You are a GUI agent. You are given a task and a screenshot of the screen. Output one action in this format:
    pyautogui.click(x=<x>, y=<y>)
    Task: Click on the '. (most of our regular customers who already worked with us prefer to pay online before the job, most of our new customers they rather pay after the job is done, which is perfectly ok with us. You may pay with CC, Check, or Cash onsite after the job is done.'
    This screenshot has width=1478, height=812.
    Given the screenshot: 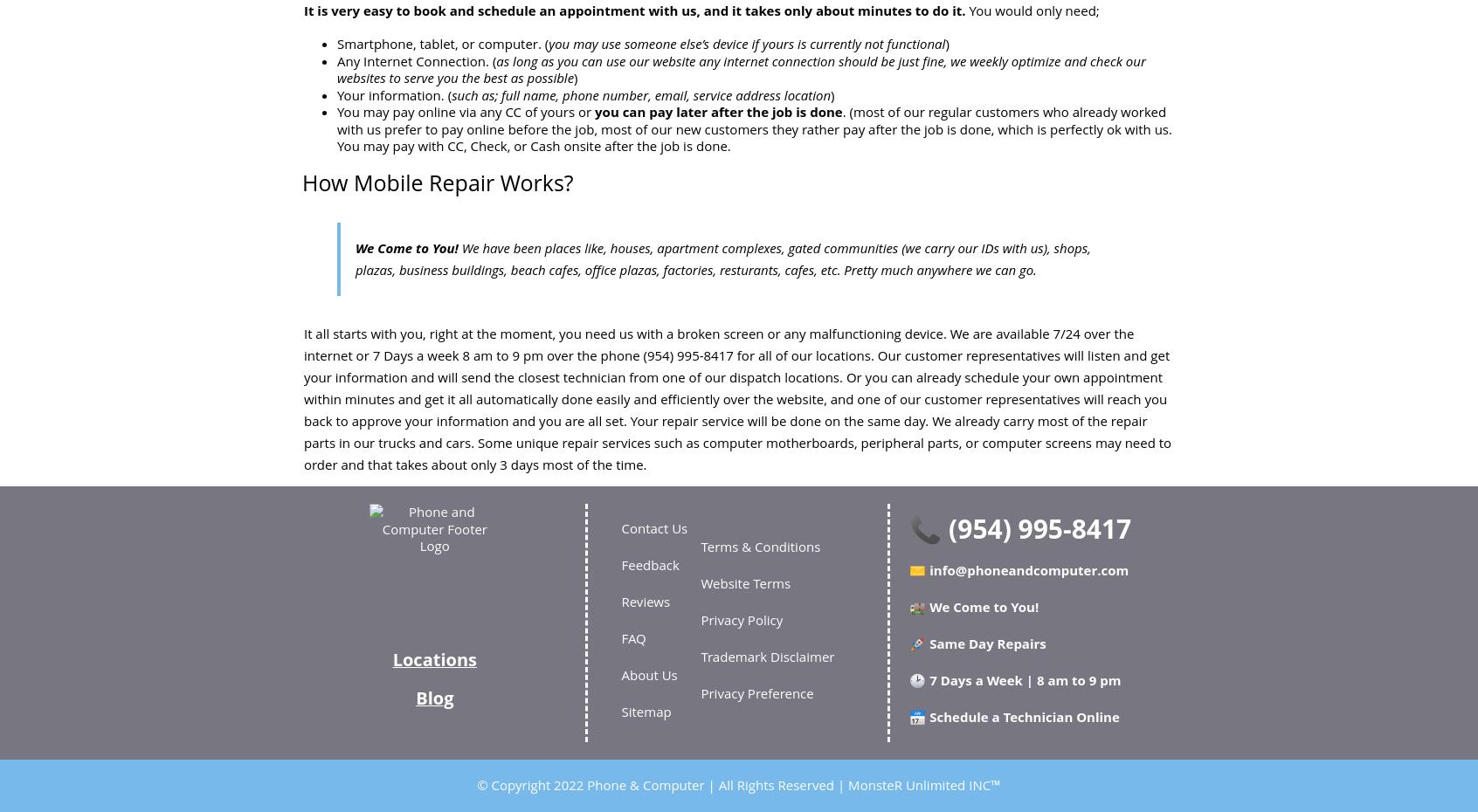 What is the action you would take?
    pyautogui.click(x=753, y=128)
    